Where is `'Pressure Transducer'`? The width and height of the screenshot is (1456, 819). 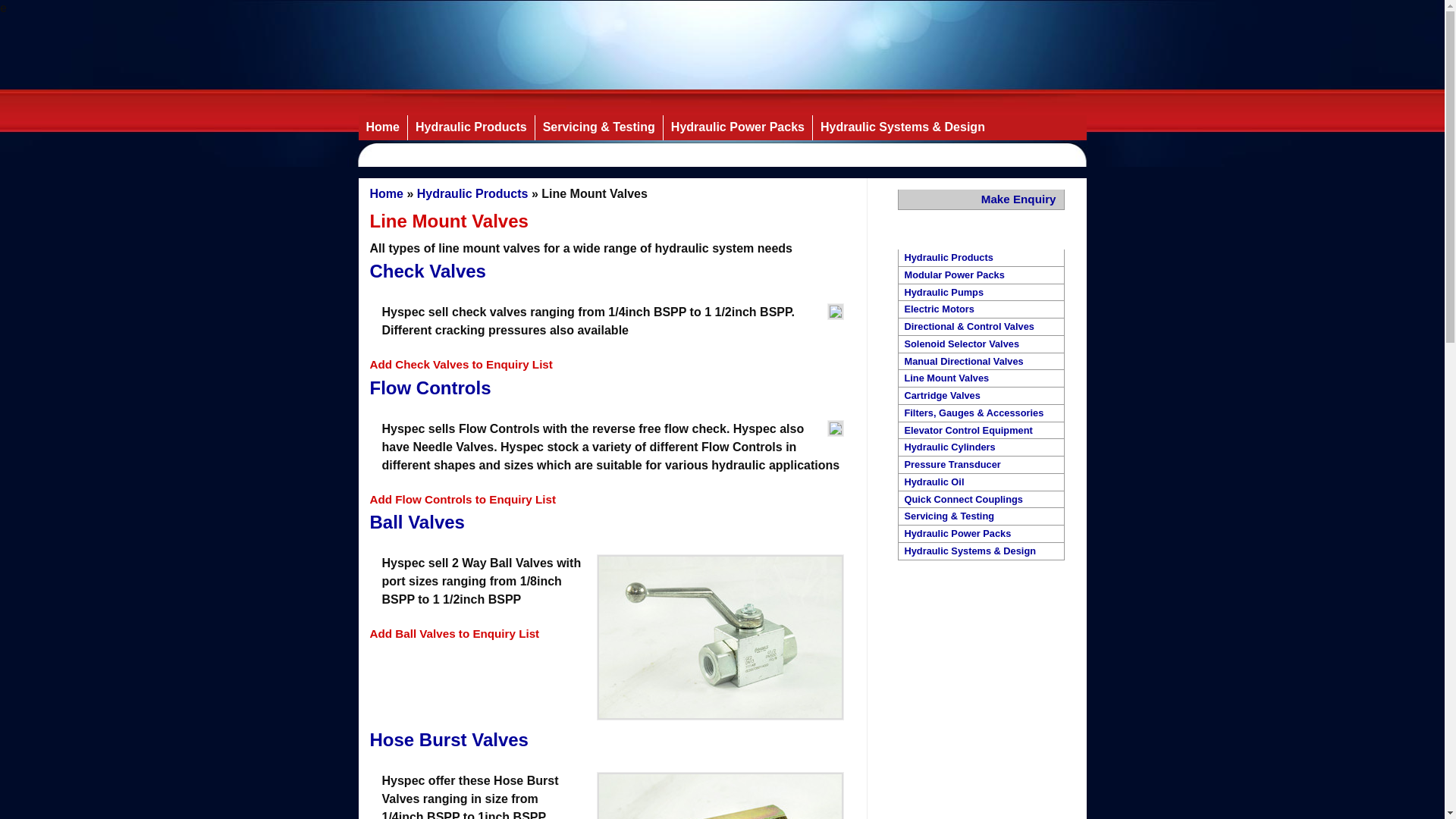
'Pressure Transducer' is located at coordinates (980, 464).